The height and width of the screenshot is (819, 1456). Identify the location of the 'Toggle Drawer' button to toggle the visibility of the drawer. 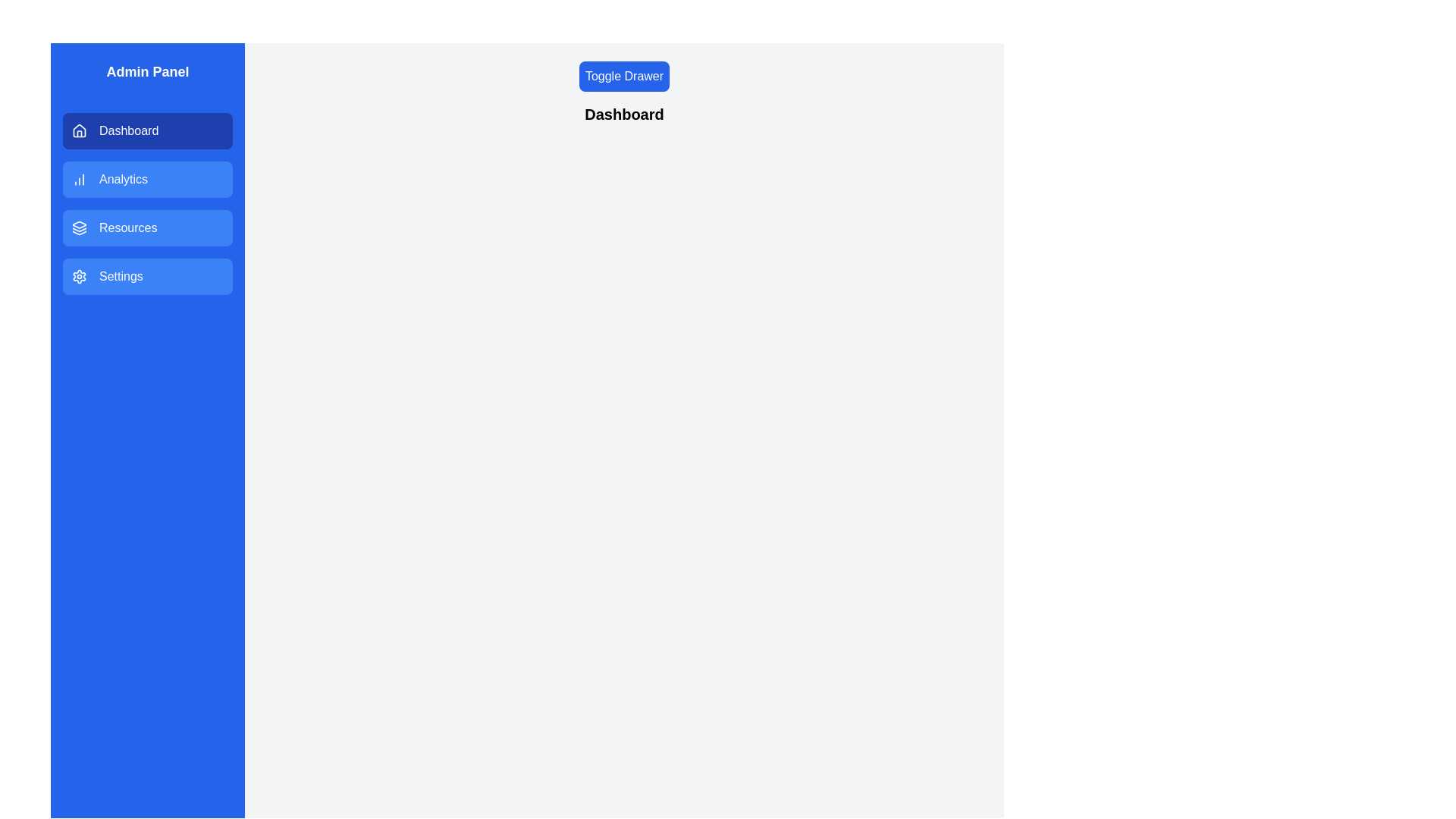
(624, 76).